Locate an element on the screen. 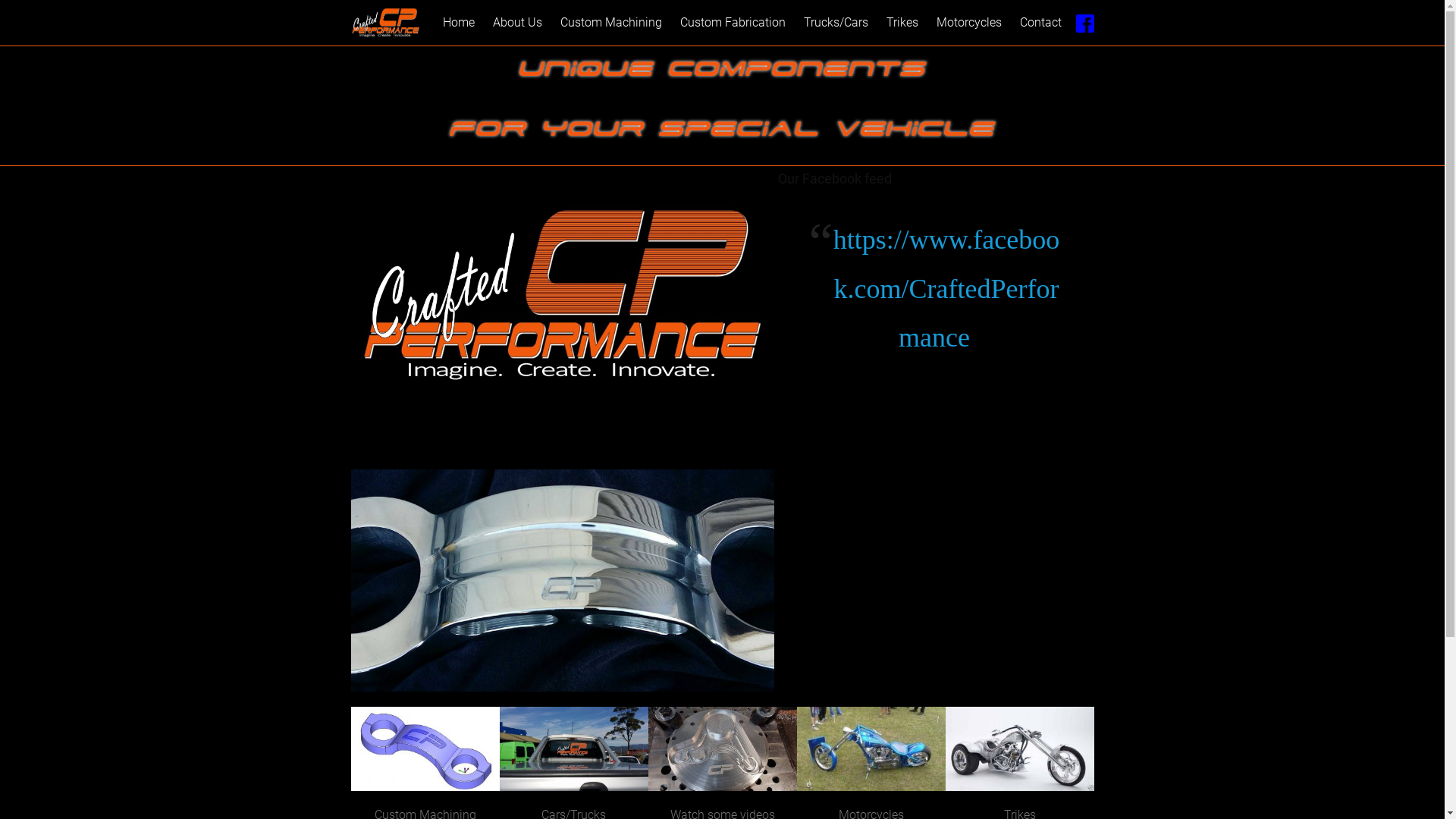 This screenshot has height=819, width=1456. 'Custom Fabrication' is located at coordinates (733, 23).